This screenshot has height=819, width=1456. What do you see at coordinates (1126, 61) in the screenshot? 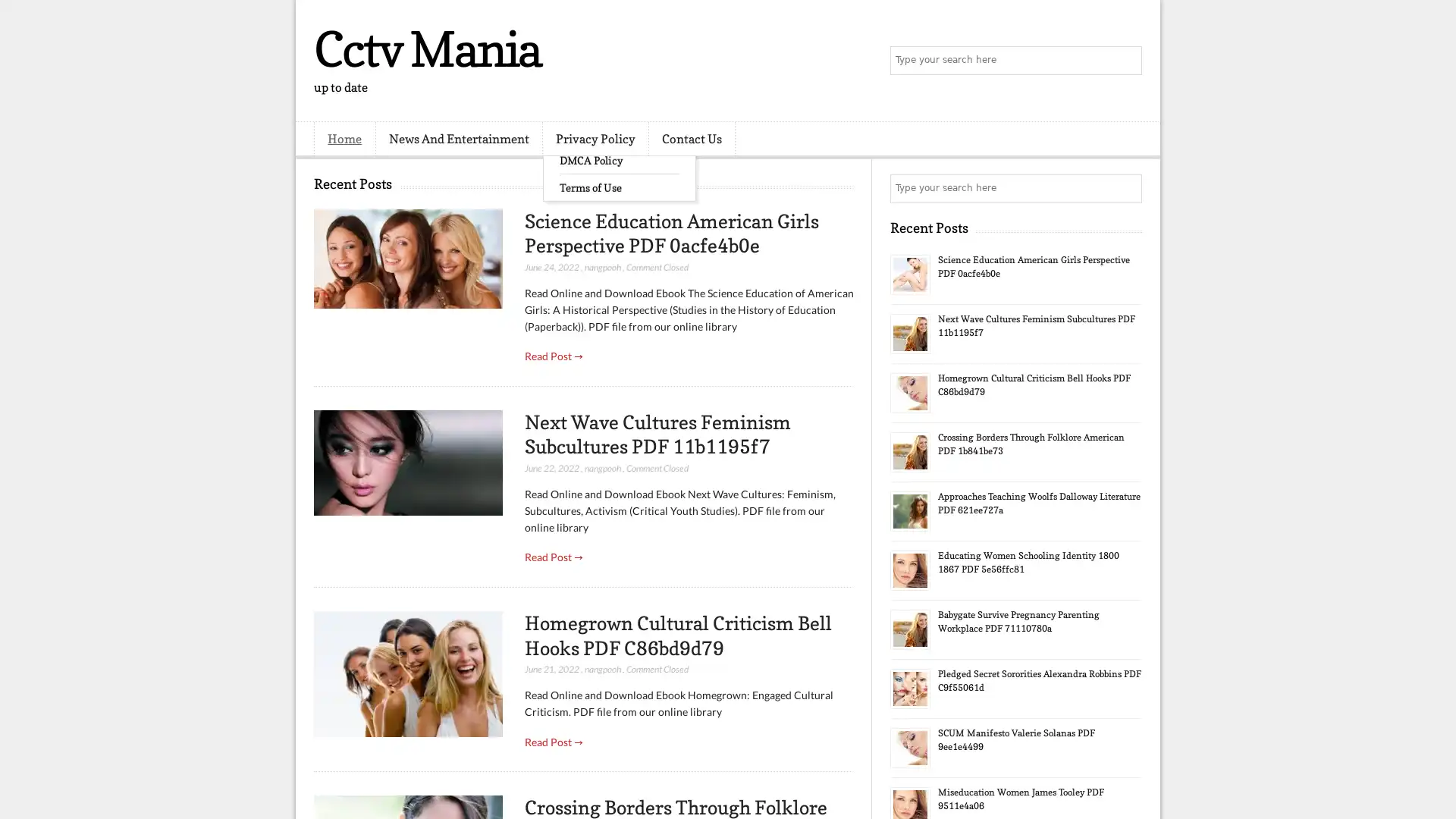
I see `Search` at bounding box center [1126, 61].